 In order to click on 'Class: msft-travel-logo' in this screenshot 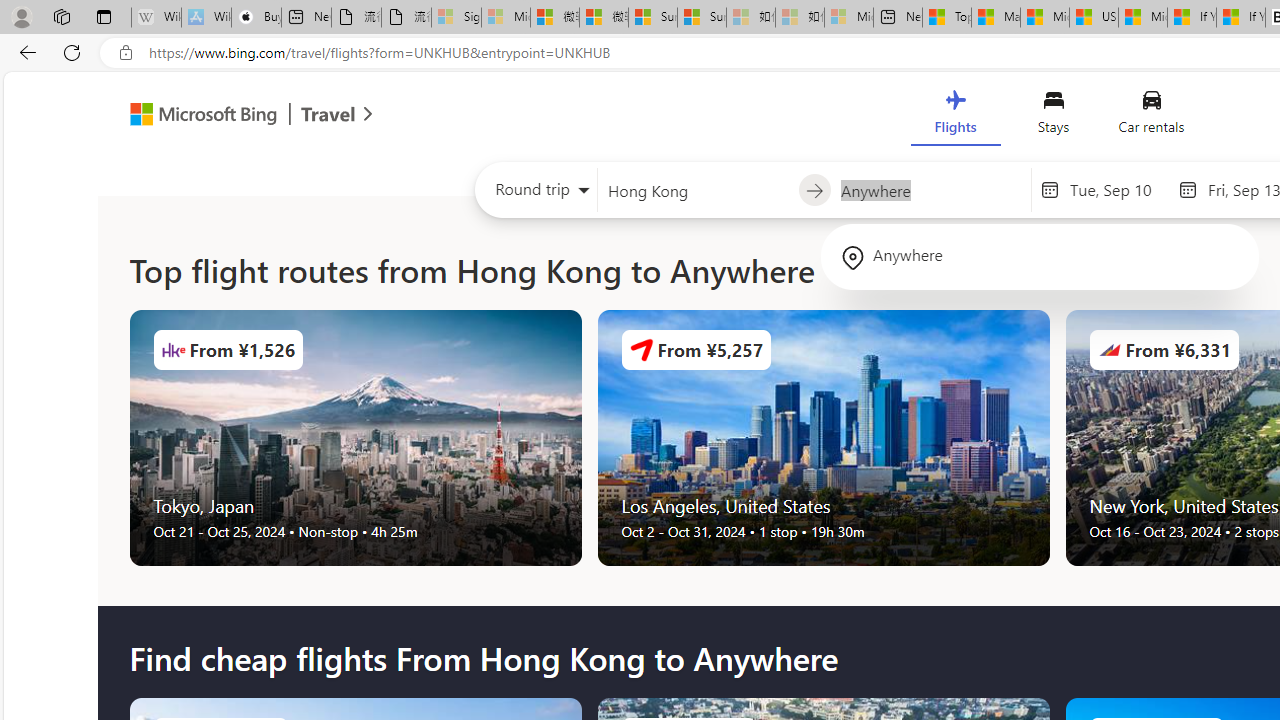, I will do `click(328, 114)`.